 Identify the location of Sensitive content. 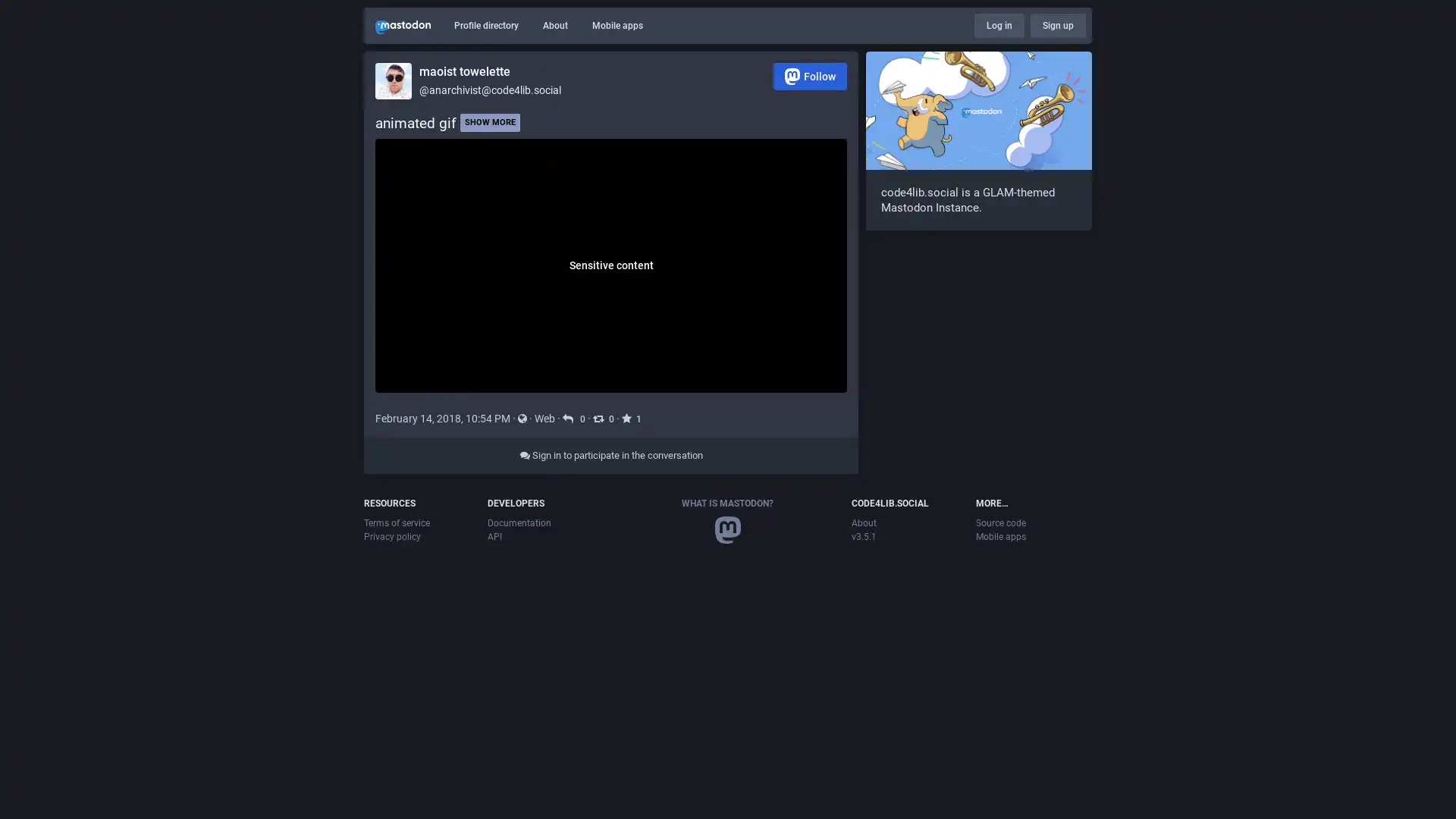
(611, 316).